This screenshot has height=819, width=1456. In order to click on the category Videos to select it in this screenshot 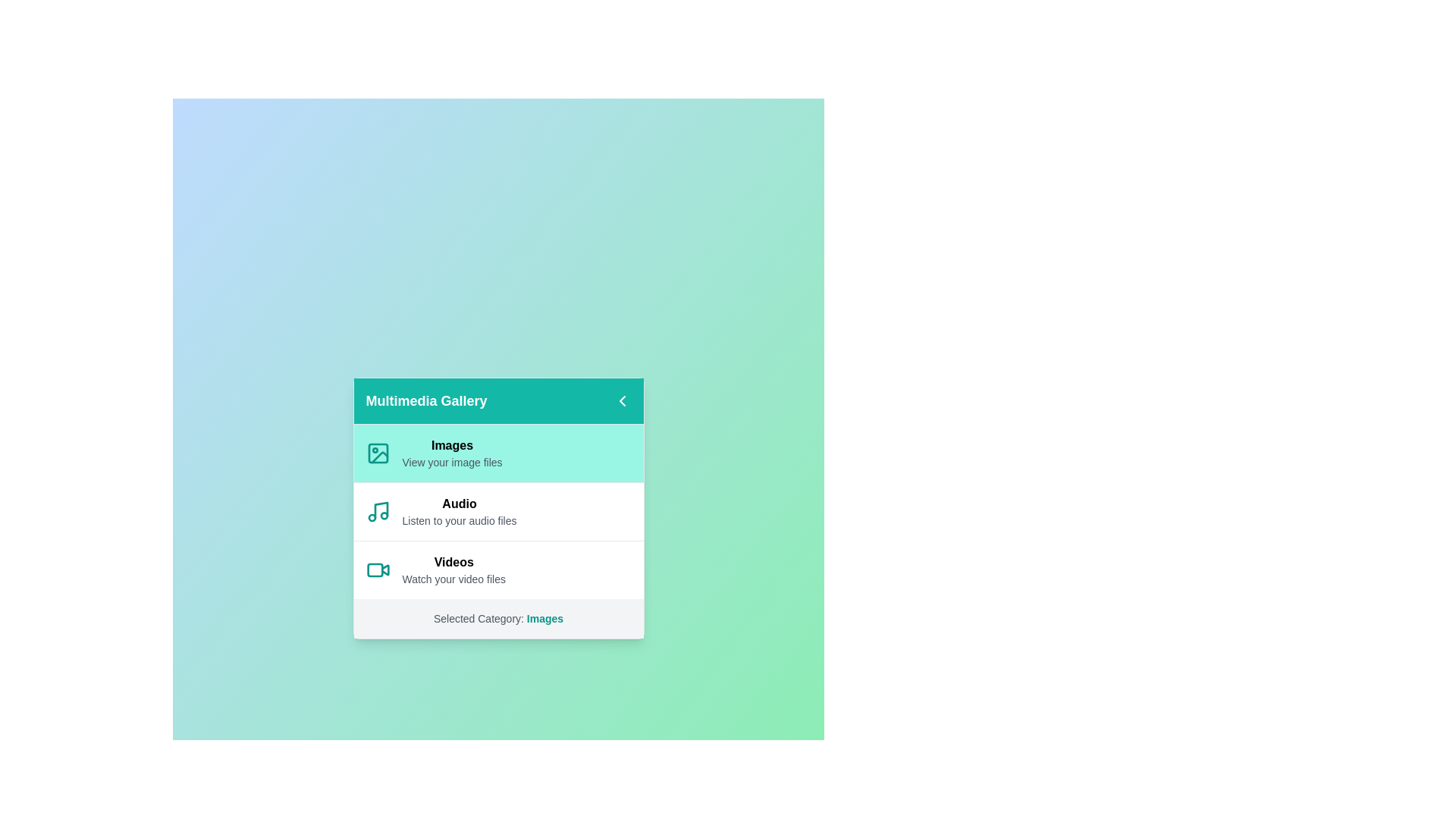, I will do `click(498, 570)`.